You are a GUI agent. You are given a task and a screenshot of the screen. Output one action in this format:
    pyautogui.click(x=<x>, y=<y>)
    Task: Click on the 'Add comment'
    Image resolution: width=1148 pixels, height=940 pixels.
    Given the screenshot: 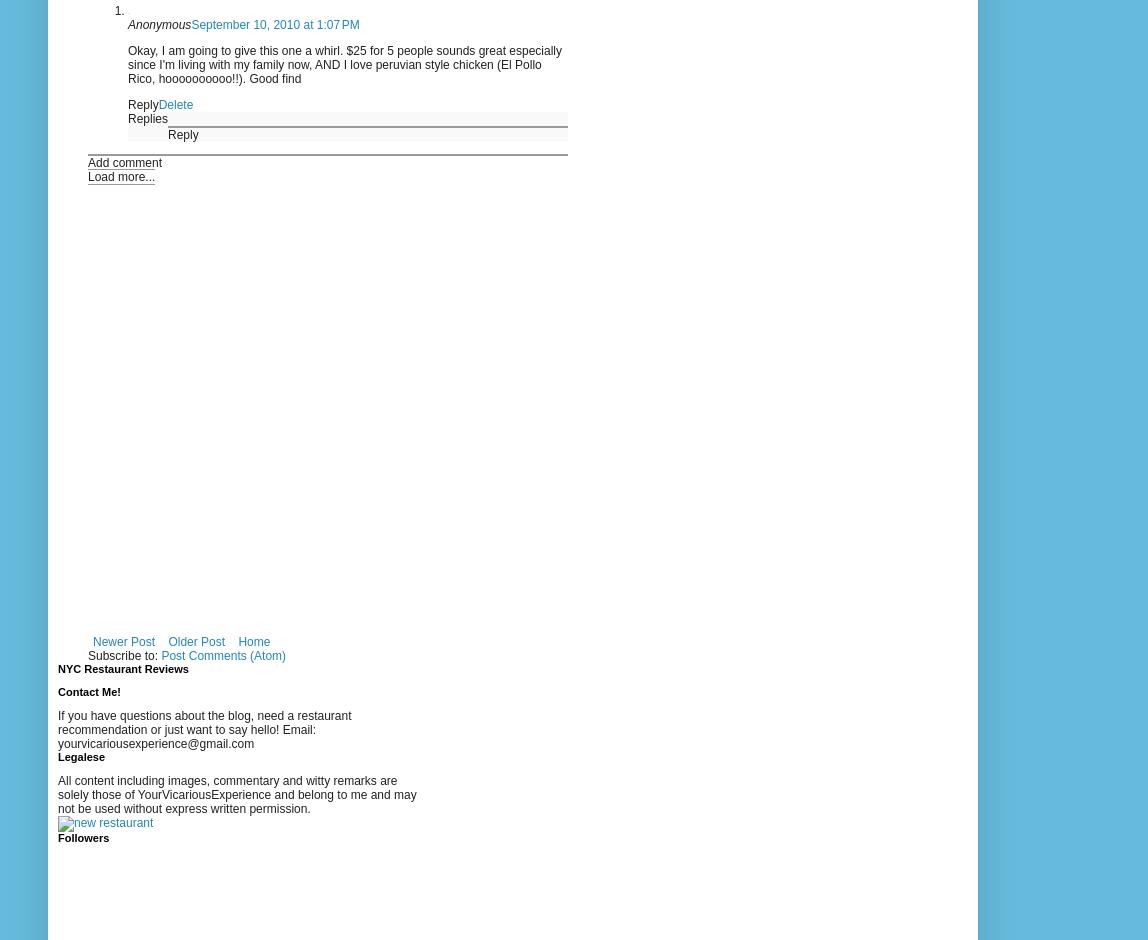 What is the action you would take?
    pyautogui.click(x=124, y=161)
    